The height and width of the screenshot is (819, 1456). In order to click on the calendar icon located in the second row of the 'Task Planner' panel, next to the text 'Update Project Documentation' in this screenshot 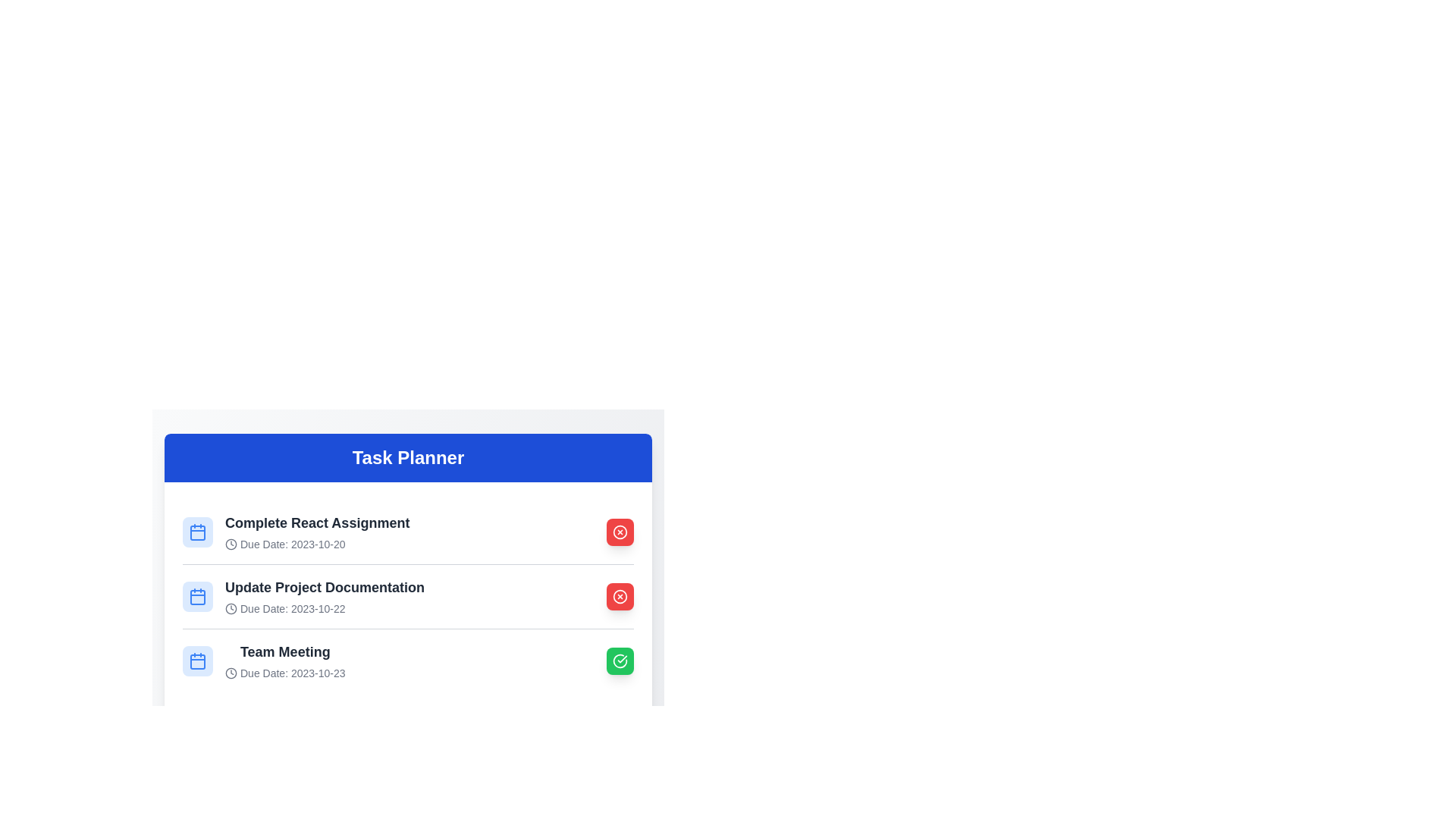, I will do `click(196, 595)`.